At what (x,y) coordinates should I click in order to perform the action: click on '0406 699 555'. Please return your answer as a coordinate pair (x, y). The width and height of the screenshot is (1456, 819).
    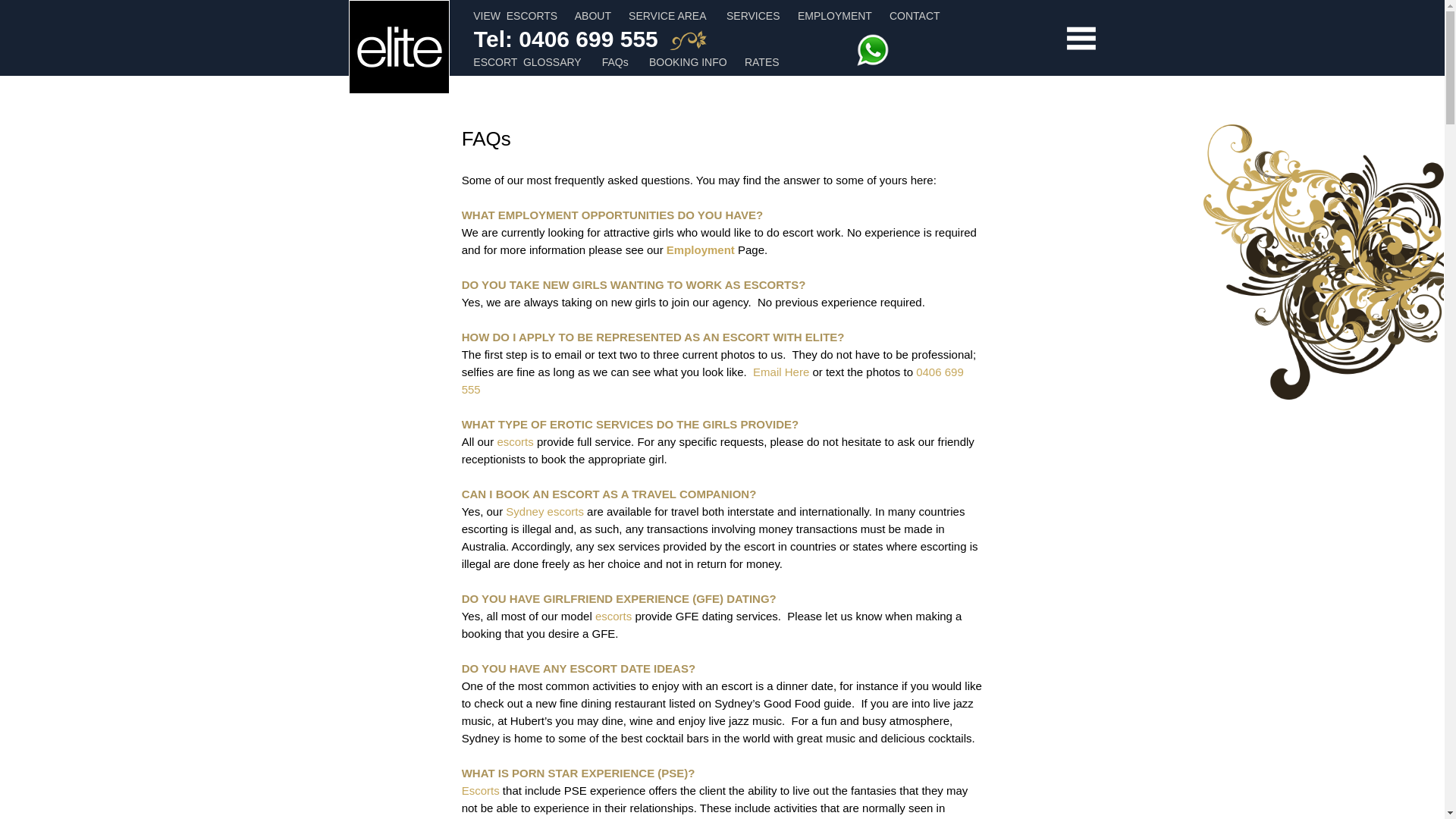
    Looking at the image, I should click on (712, 379).